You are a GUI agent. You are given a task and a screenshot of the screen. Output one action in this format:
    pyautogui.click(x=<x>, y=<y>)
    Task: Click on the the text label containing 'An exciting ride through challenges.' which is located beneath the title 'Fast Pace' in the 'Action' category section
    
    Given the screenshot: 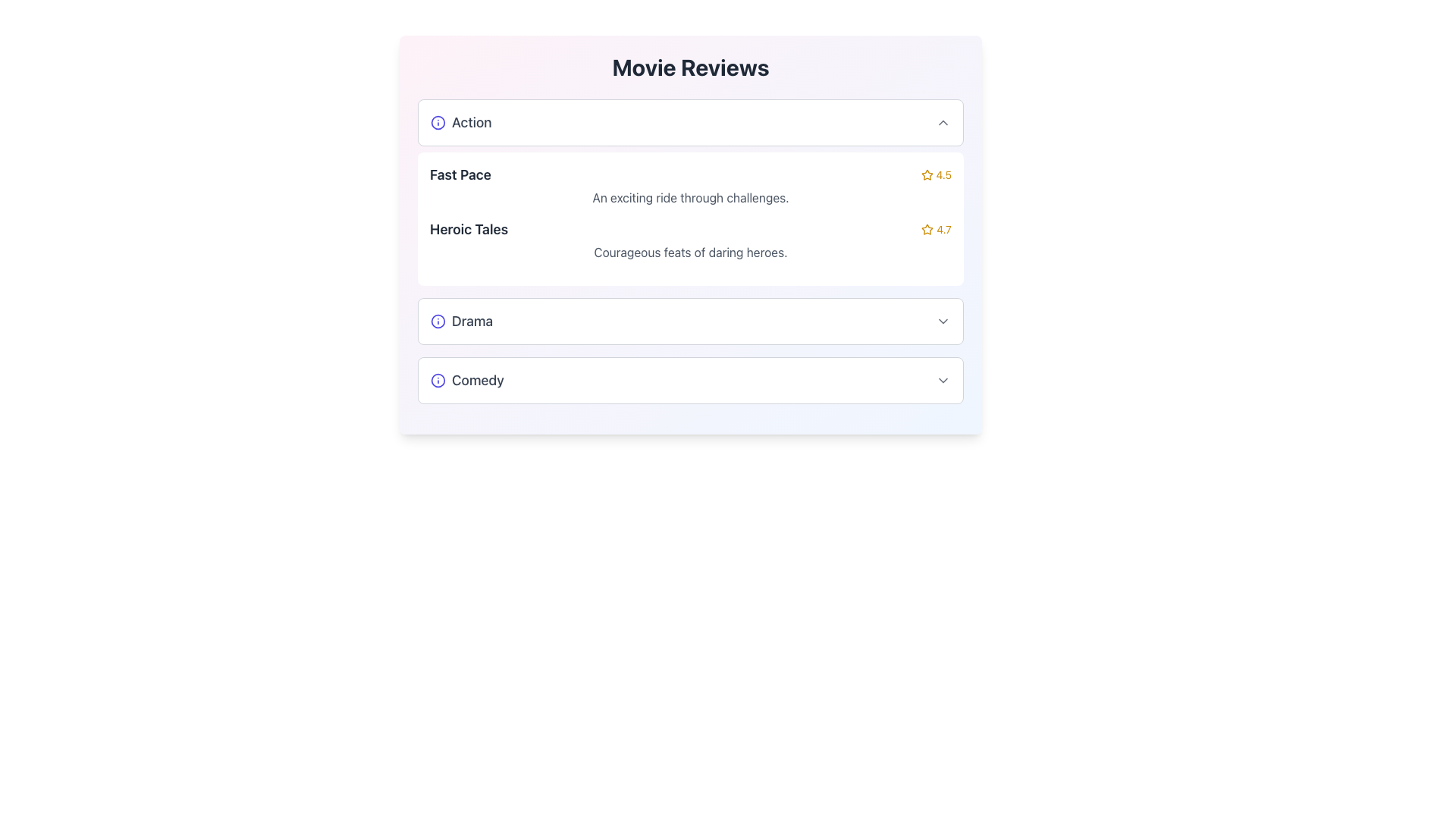 What is the action you would take?
    pyautogui.click(x=690, y=197)
    